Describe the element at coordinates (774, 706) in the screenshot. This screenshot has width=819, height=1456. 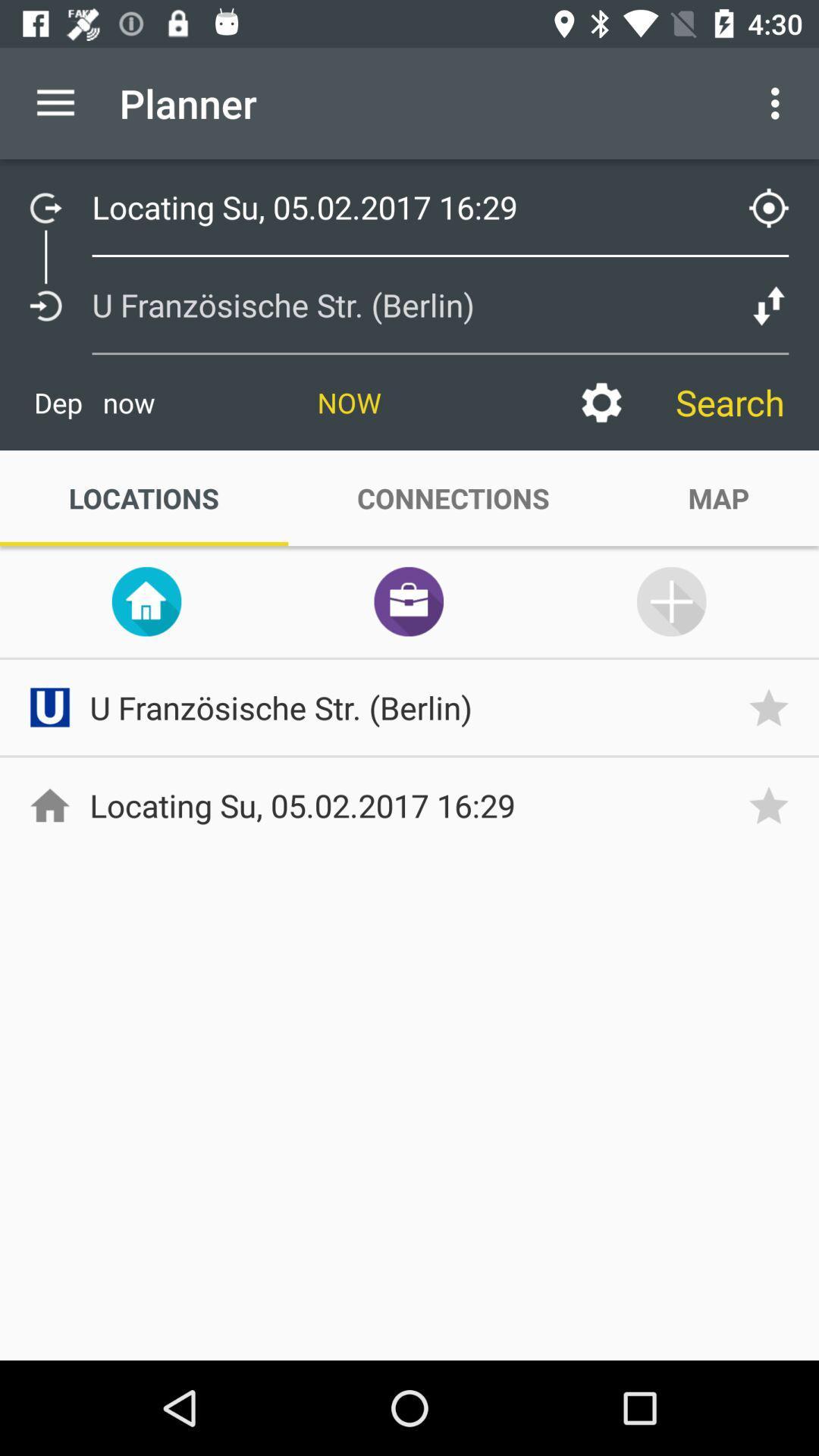
I see `the first star icon on right` at that location.